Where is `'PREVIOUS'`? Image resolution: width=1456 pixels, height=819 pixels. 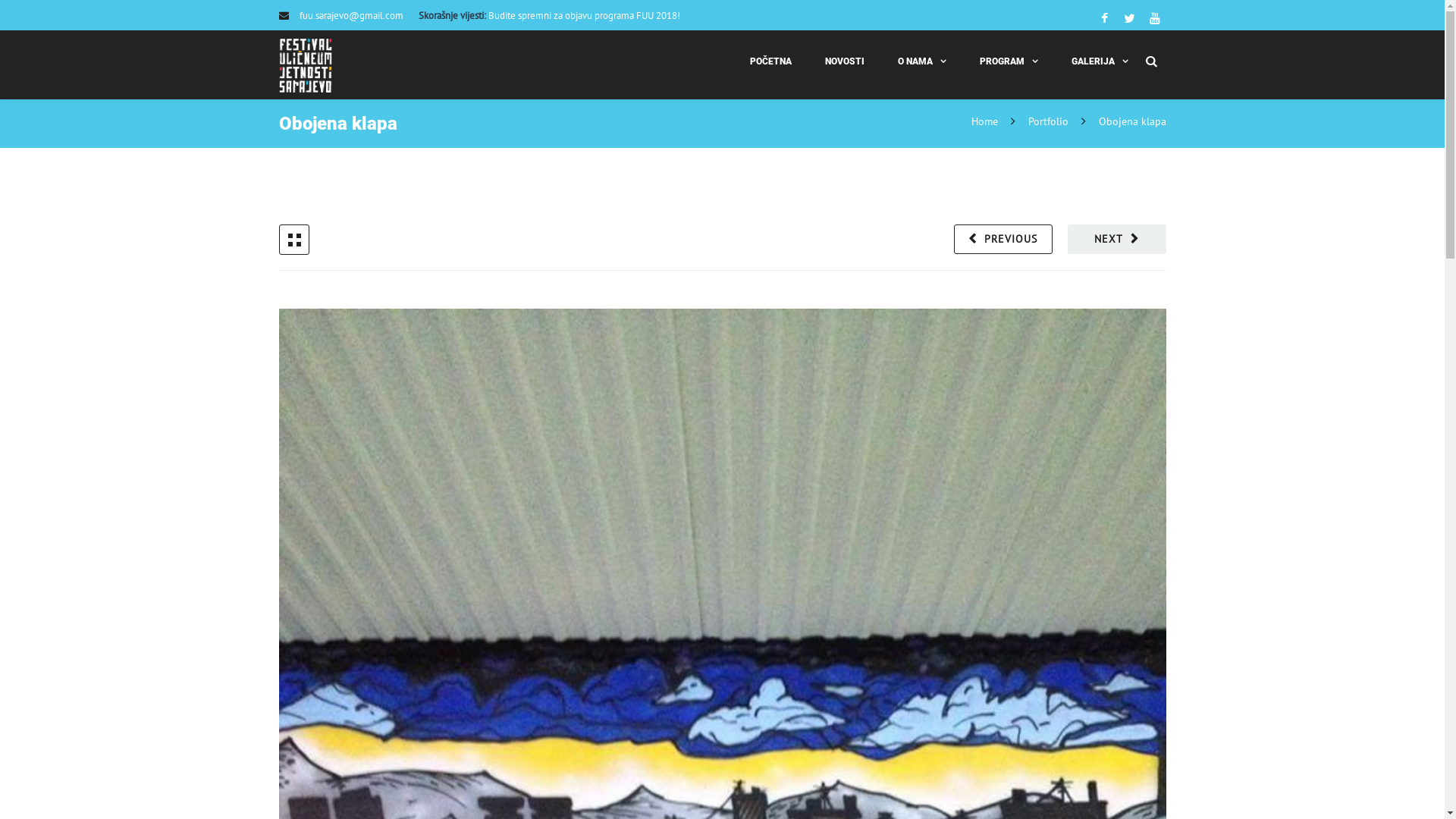
'PREVIOUS' is located at coordinates (1003, 239).